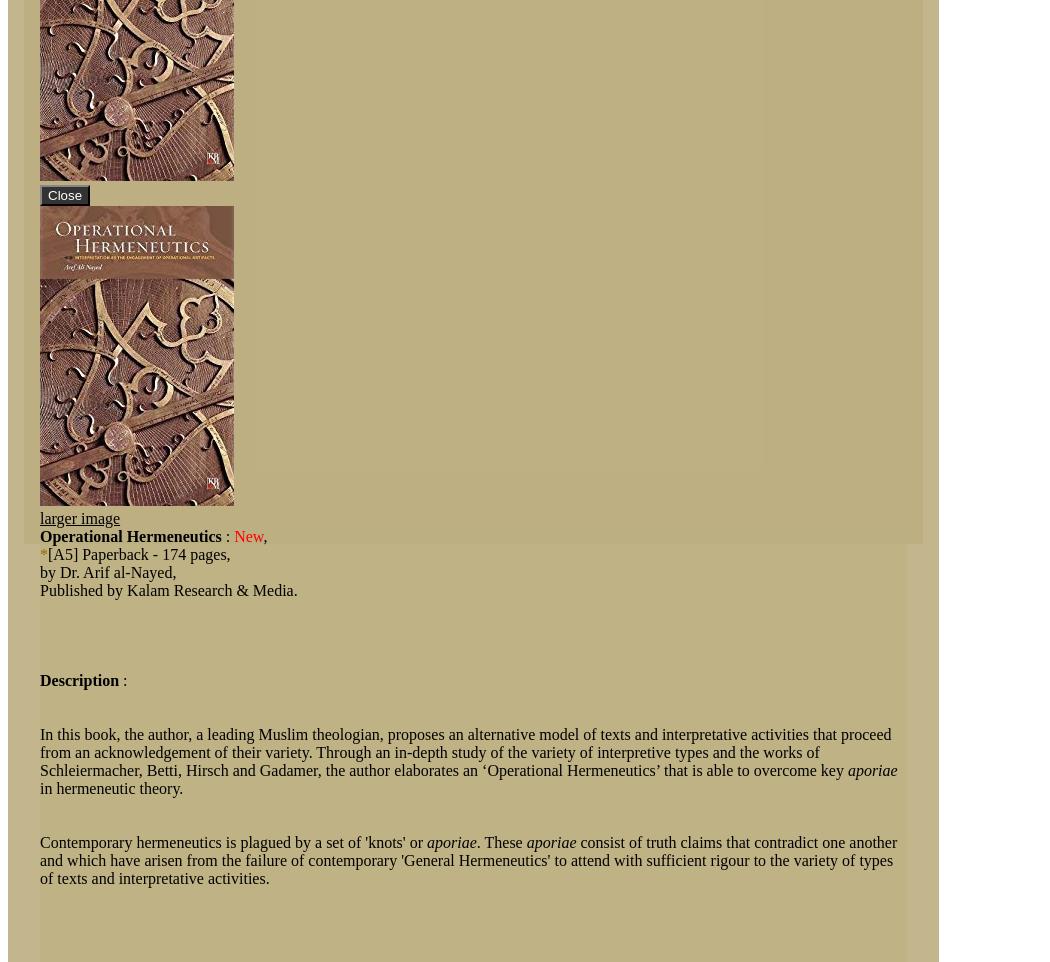 The width and height of the screenshot is (1050, 962). I want to click on 'Operational Hermeneutics', so click(129, 536).